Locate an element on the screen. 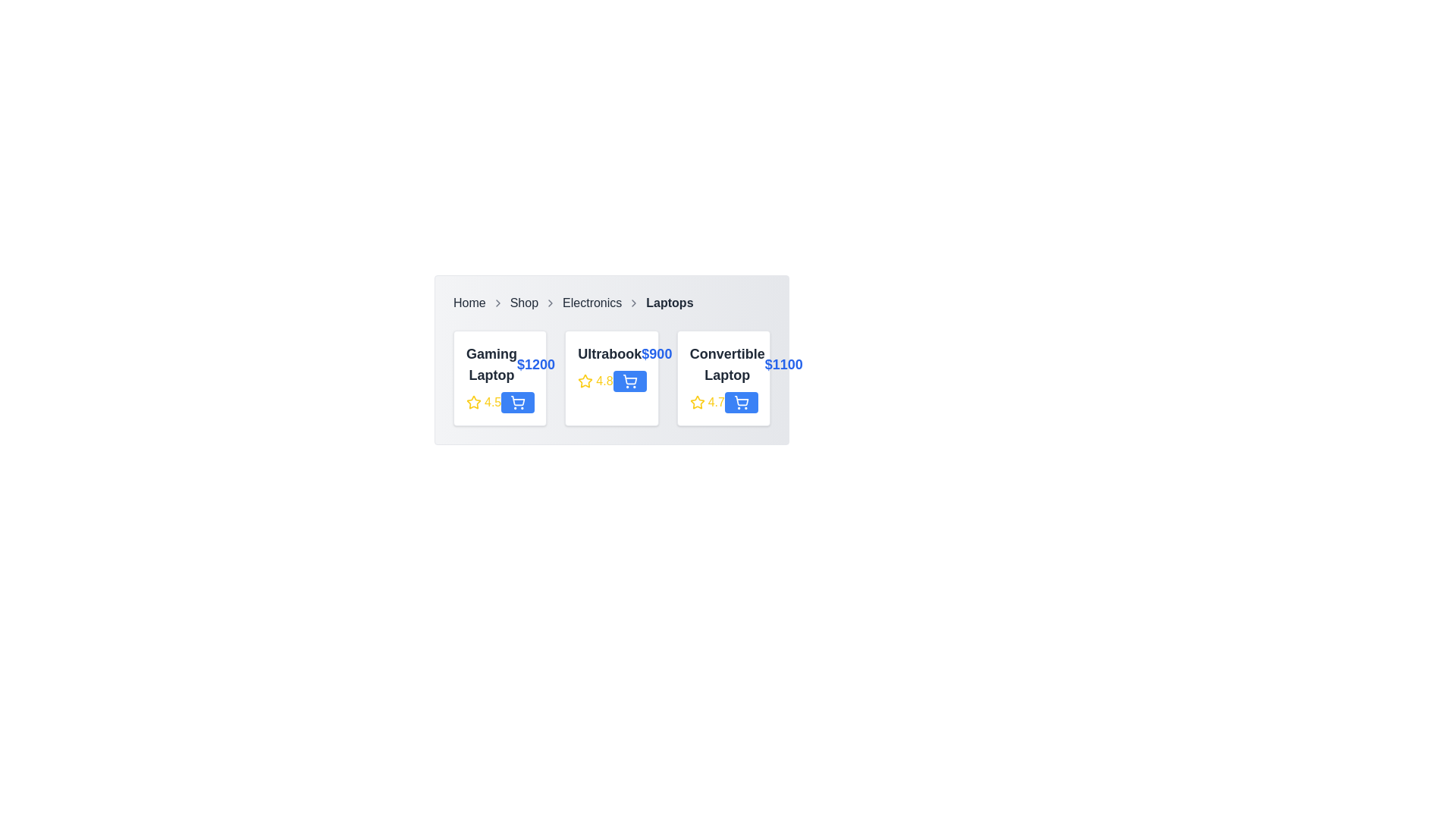 The height and width of the screenshot is (819, 1456). the shopping cart icon button located within the product card of the 'Ultrabook' laptop is located at coordinates (629, 380).